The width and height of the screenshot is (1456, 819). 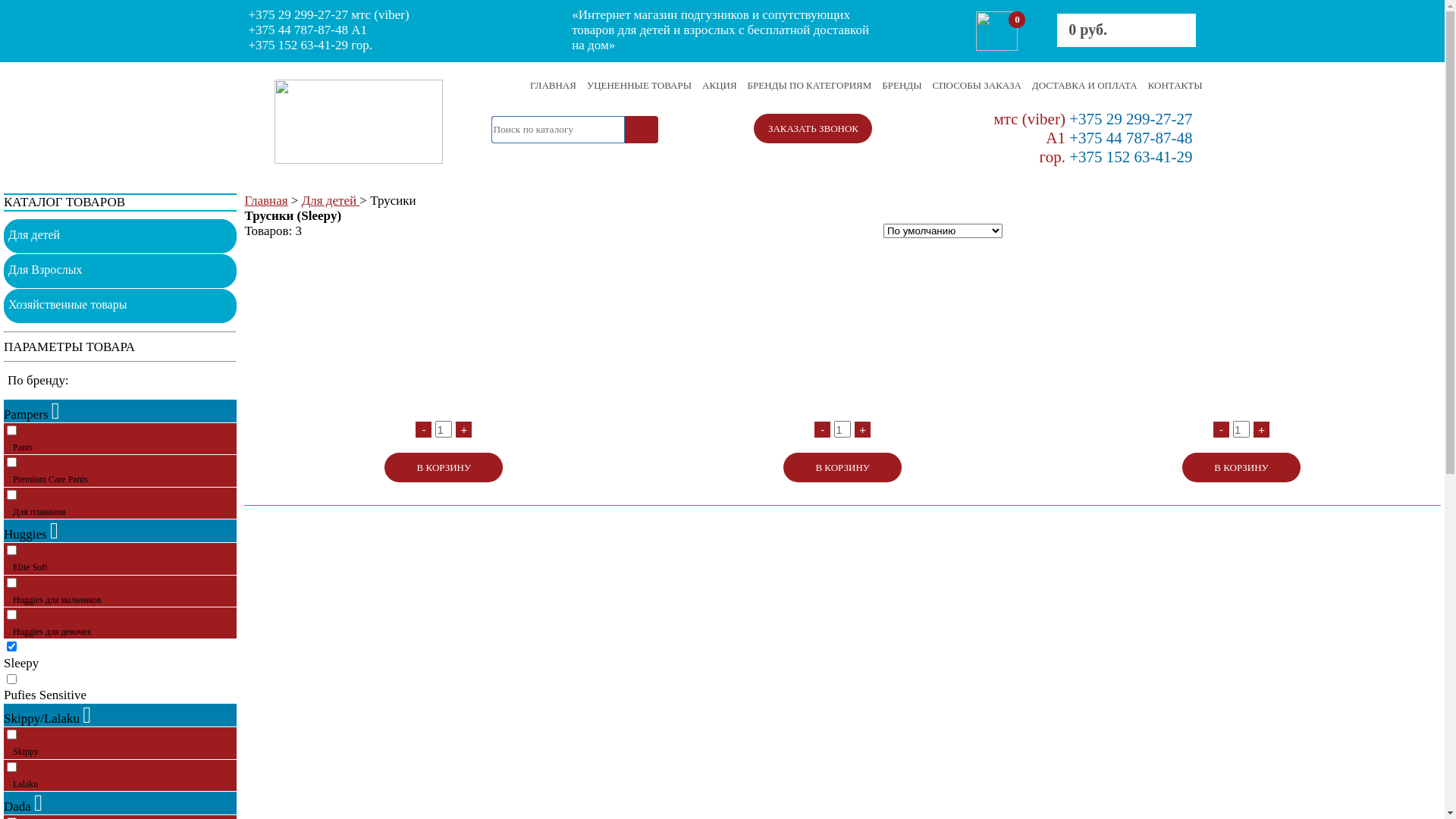 What do you see at coordinates (307, 30) in the screenshot?
I see `'+375 44 787-87-48 A1'` at bounding box center [307, 30].